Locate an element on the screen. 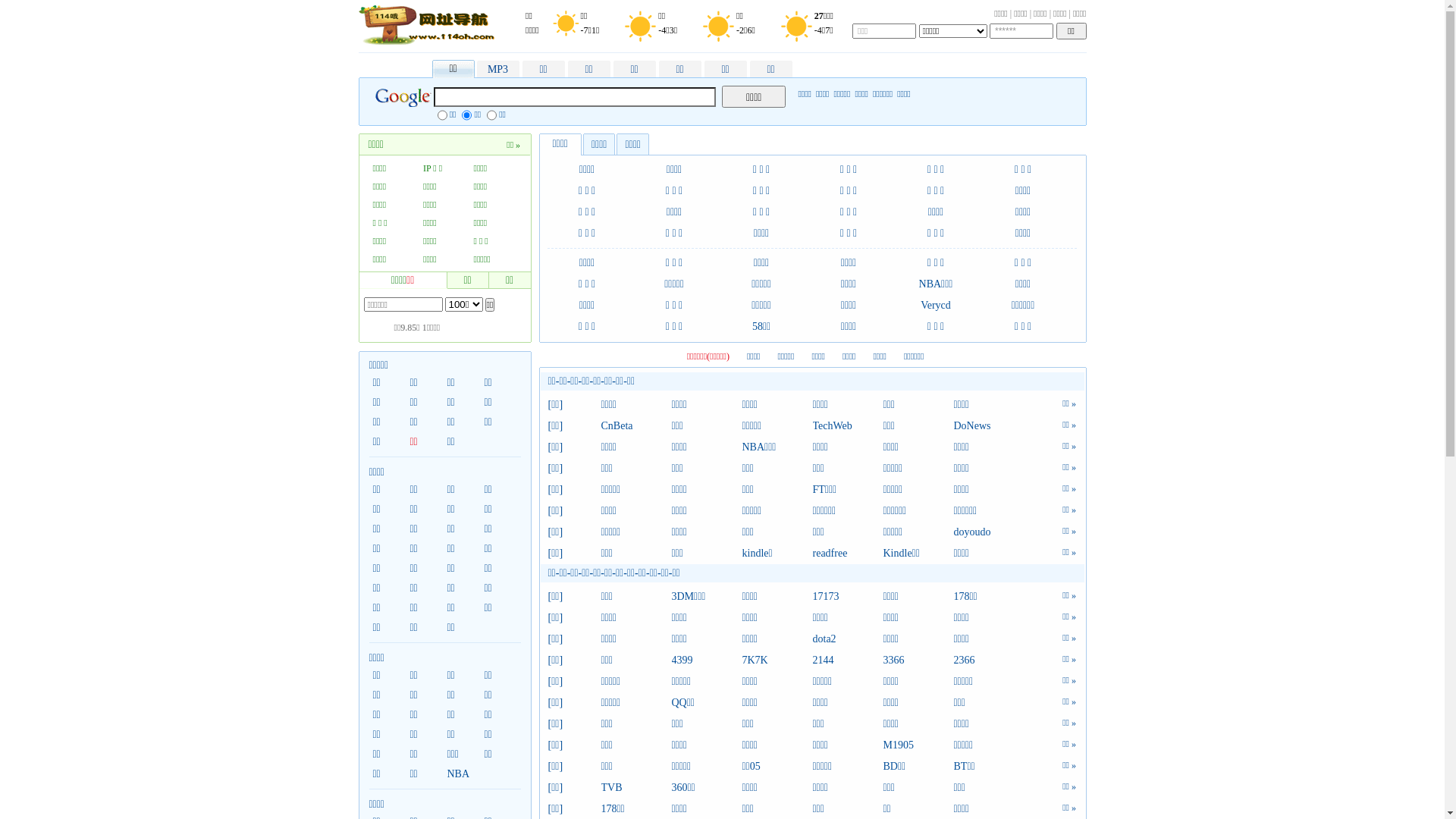  'CnBeta' is located at coordinates (635, 426).